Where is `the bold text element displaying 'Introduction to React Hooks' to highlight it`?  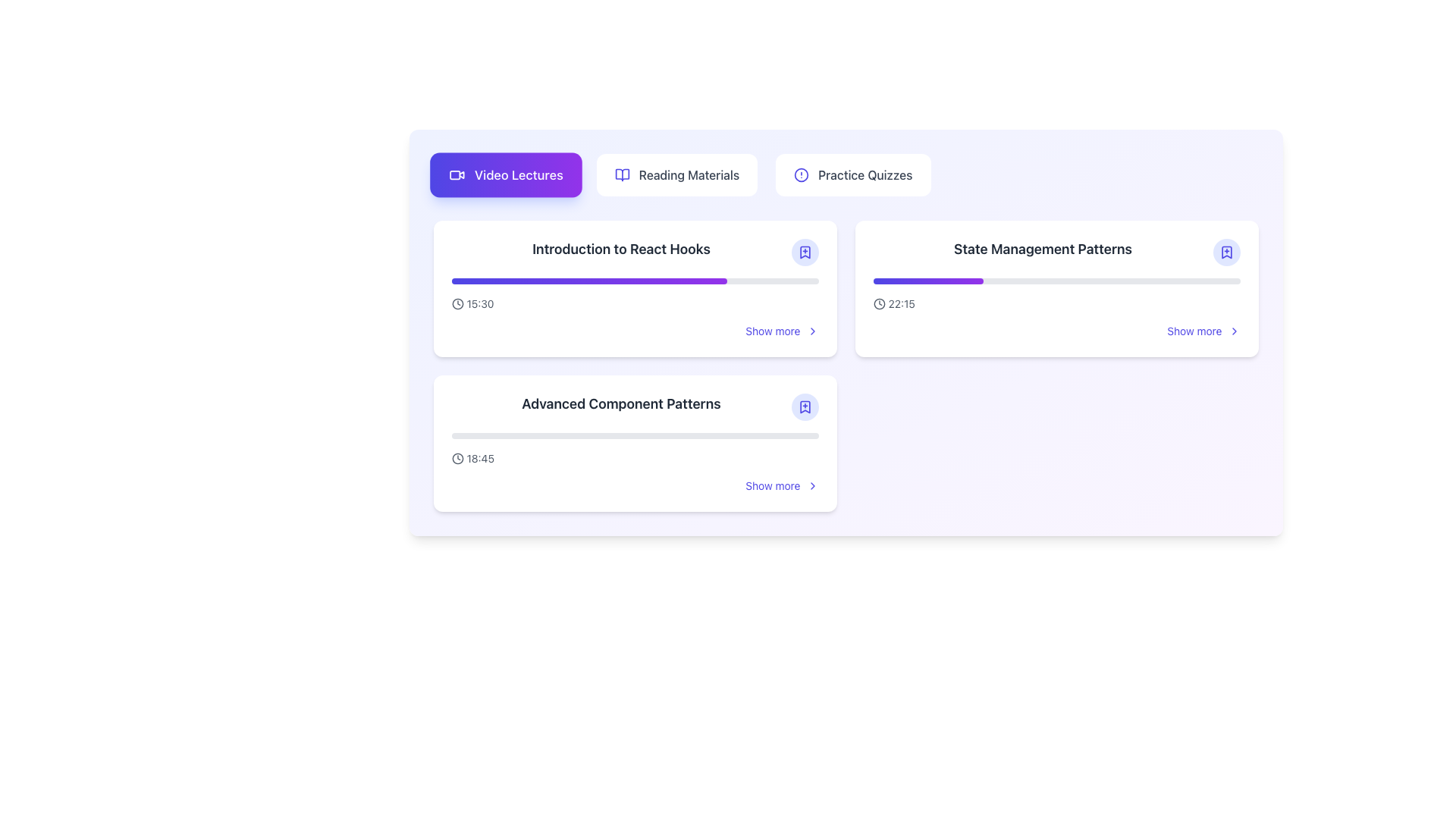
the bold text element displaying 'Introduction to React Hooks' to highlight it is located at coordinates (621, 248).